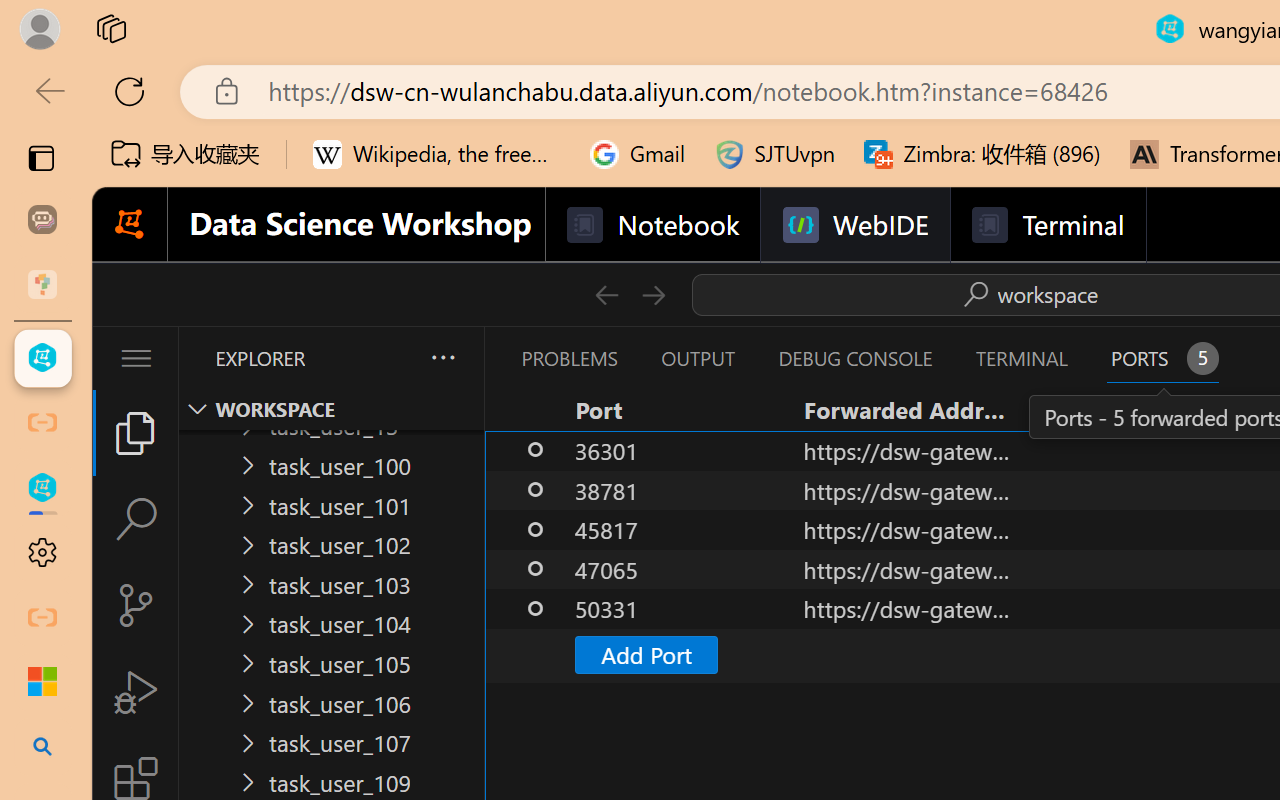  Describe the element at coordinates (696, 358) in the screenshot. I see `'Output (Ctrl+Shift+U)'` at that location.